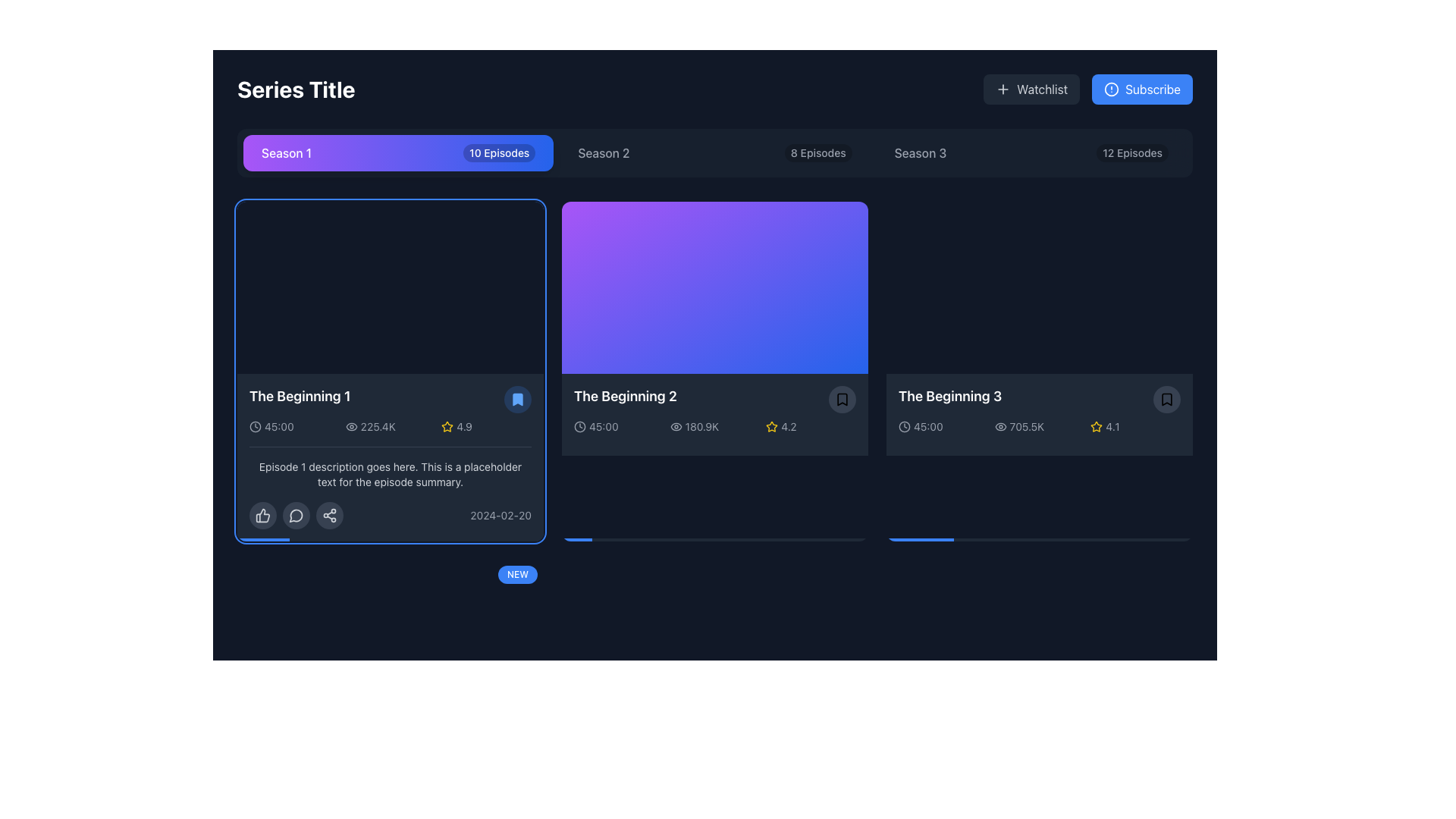 The image size is (1456, 819). Describe the element at coordinates (390, 473) in the screenshot. I see `descriptive summary text block for Episode 1 located beneath the title 'The Beginning 1'` at that location.